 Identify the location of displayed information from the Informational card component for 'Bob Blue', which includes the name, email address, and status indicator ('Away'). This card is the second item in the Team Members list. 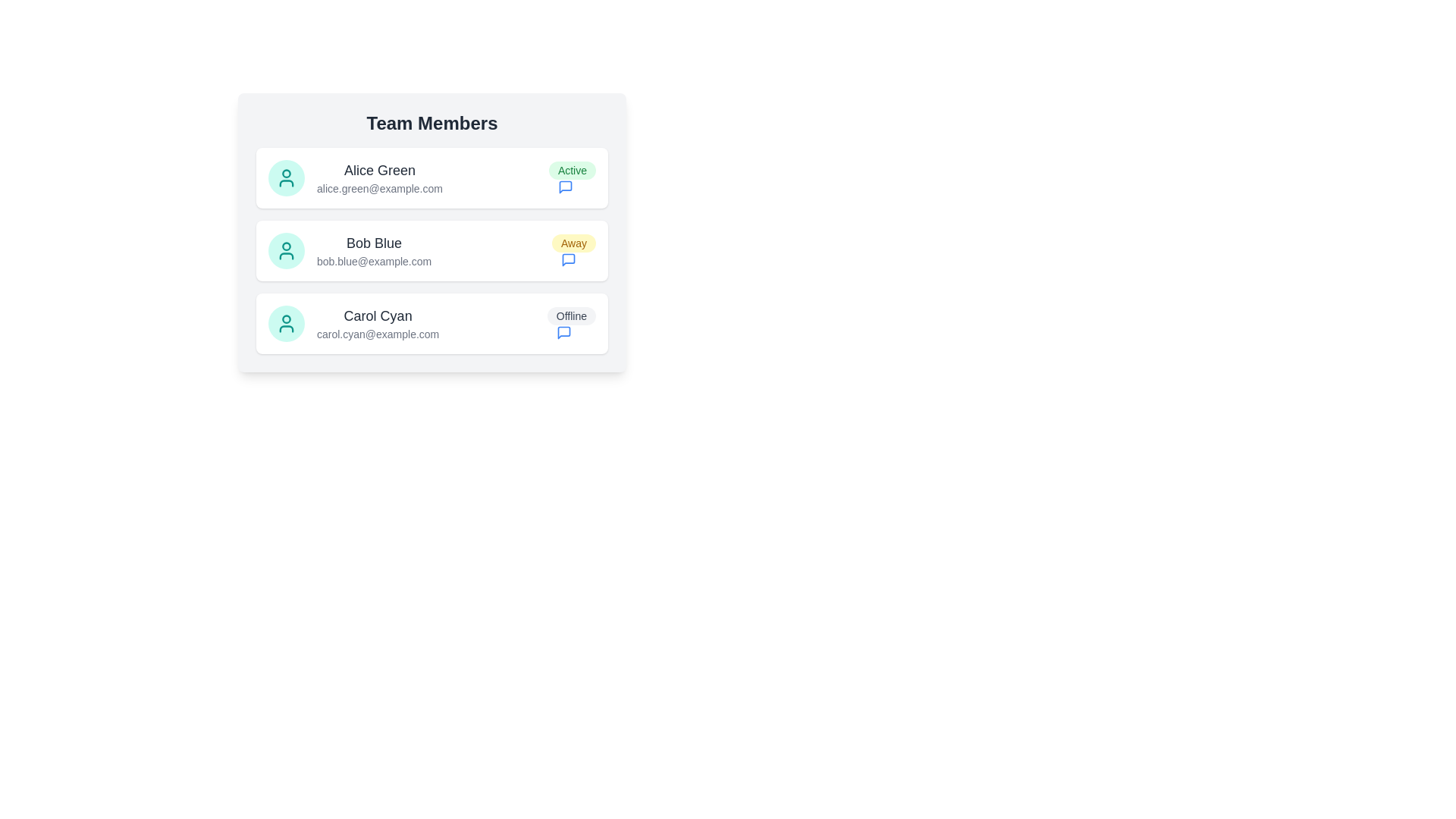
(431, 233).